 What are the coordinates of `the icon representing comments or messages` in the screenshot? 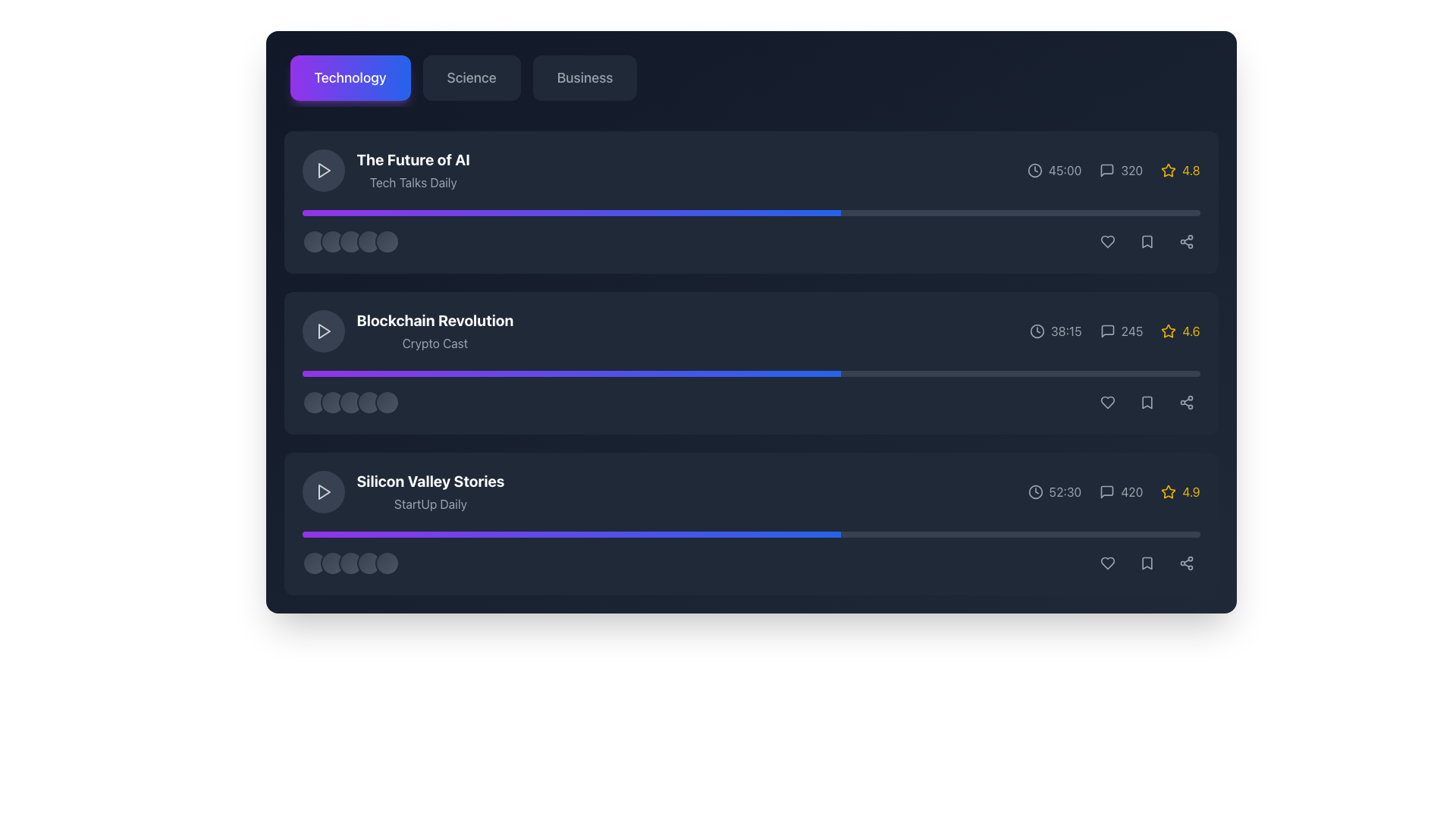 It's located at (1107, 491).